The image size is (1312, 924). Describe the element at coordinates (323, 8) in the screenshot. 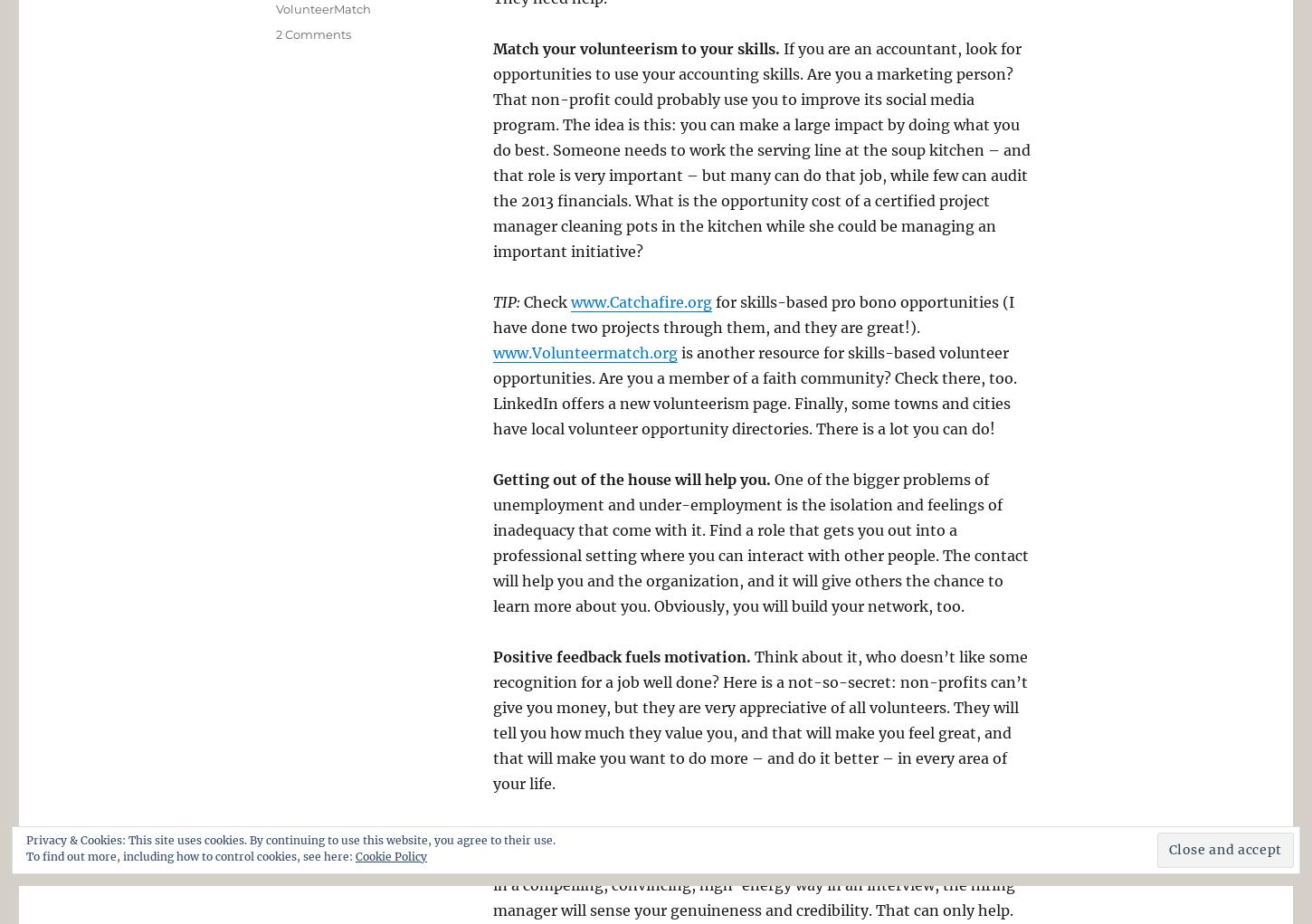

I see `'VolunteerMatch'` at that location.